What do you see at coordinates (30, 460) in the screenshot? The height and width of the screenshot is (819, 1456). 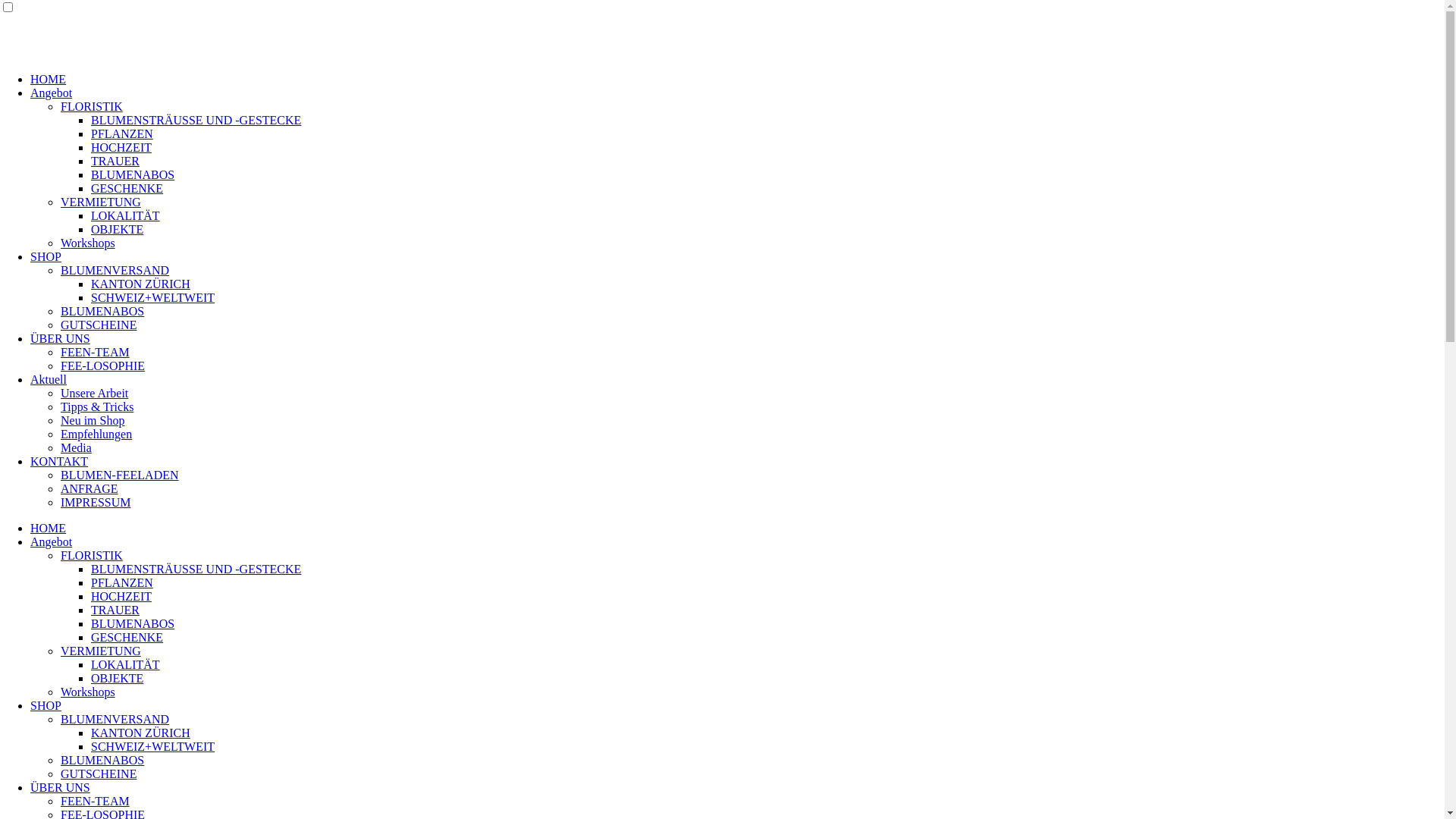 I see `'KONTAKT'` at bounding box center [30, 460].